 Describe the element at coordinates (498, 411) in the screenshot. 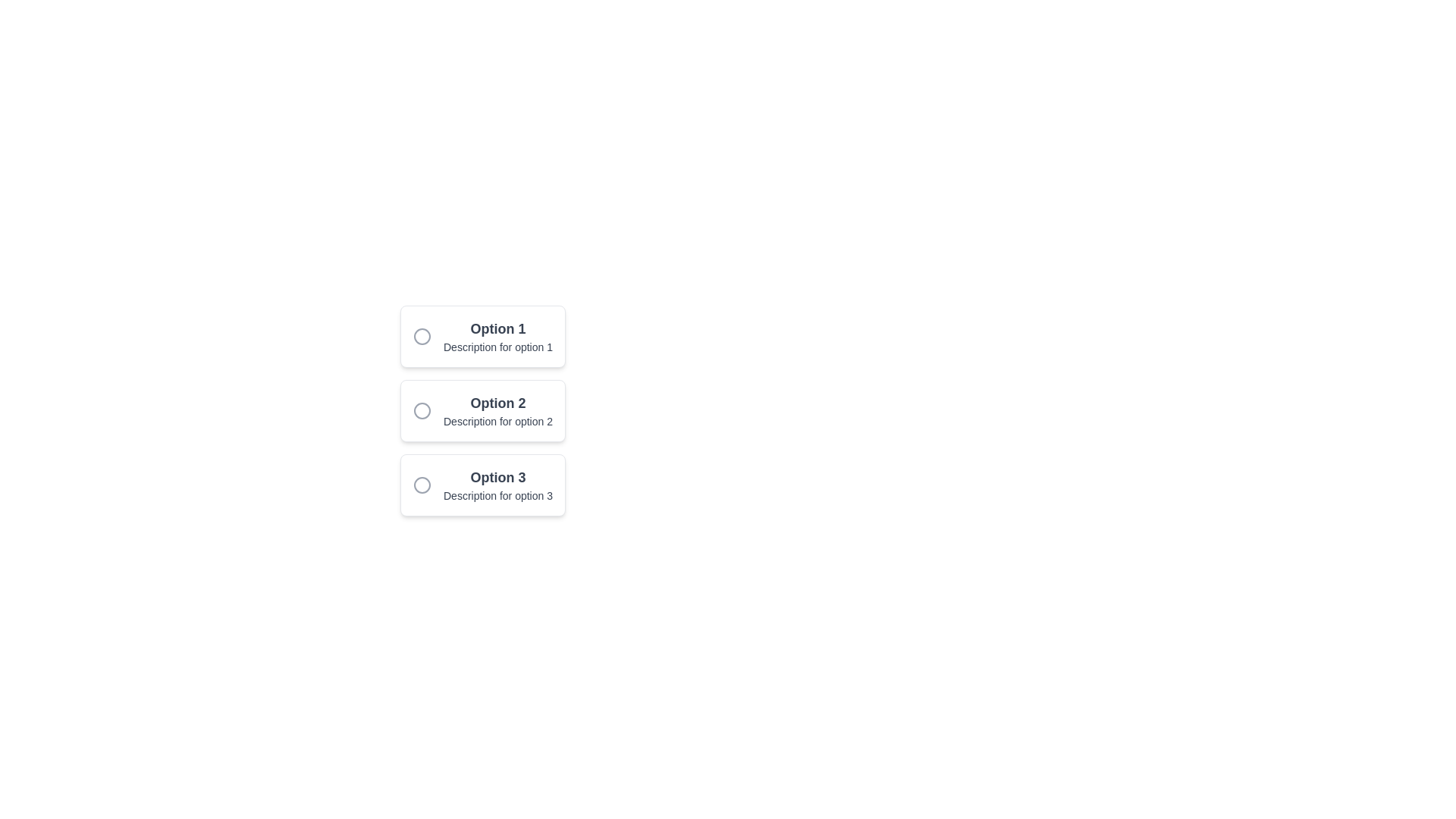

I see `the text block item in the list that displays 'Option 2' with a description below it` at that location.